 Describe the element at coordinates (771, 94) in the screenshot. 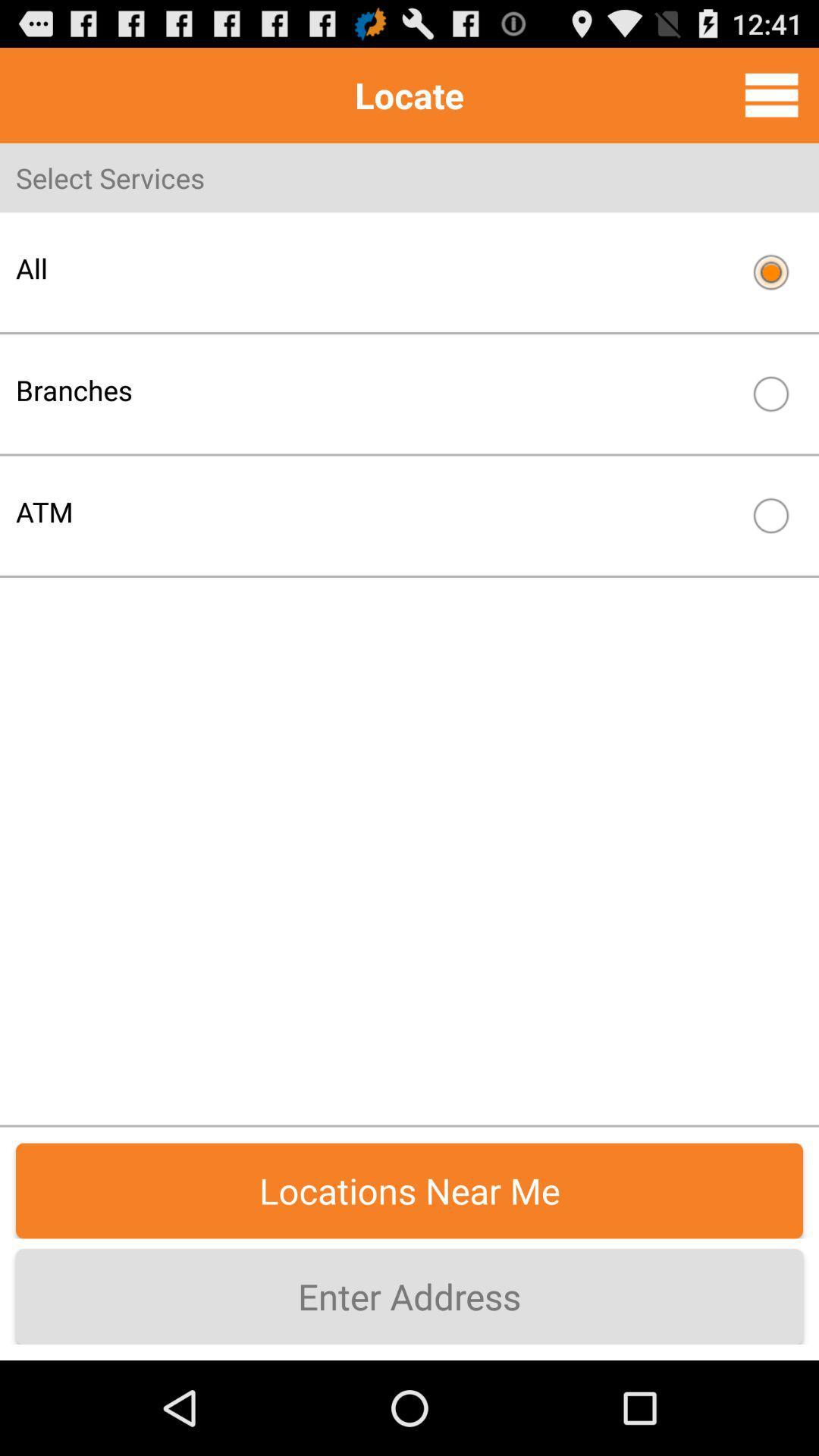

I see `show menu` at that location.